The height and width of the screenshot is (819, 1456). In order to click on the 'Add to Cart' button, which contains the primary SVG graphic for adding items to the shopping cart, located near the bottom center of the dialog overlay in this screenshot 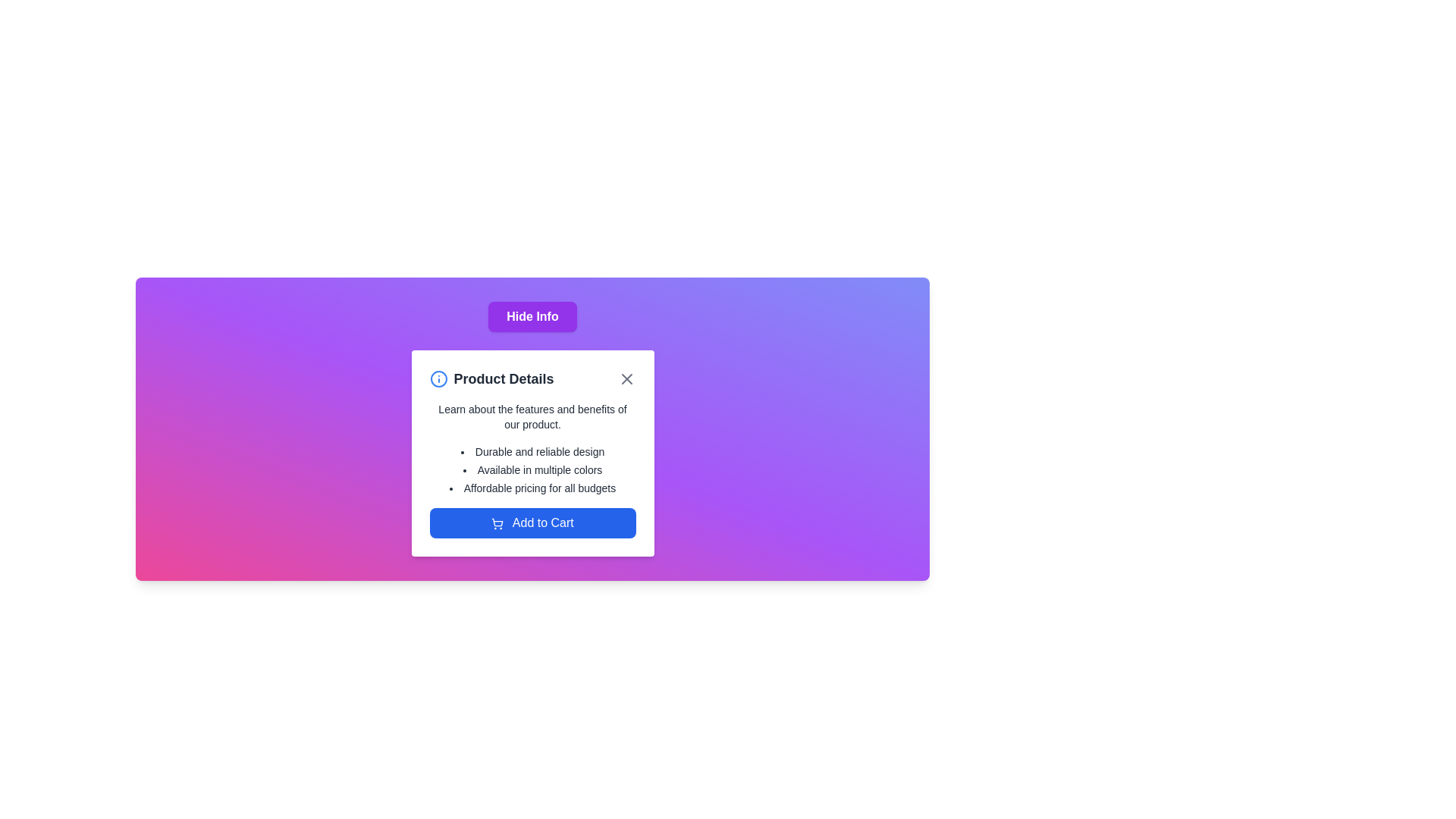, I will do `click(497, 521)`.